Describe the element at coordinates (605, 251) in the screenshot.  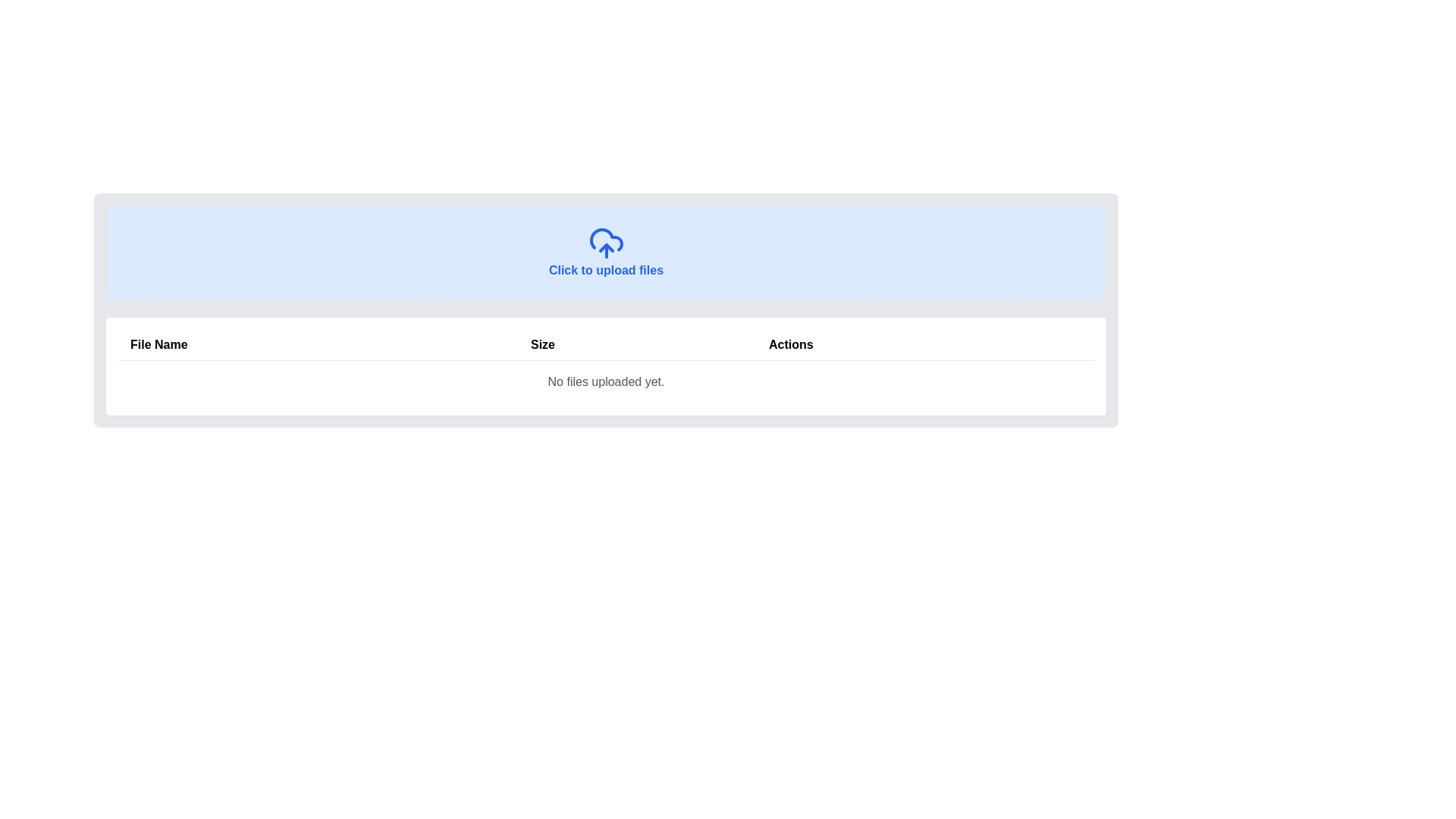
I see `the interactive text label located in the prominent light blue area with dashed borders` at that location.